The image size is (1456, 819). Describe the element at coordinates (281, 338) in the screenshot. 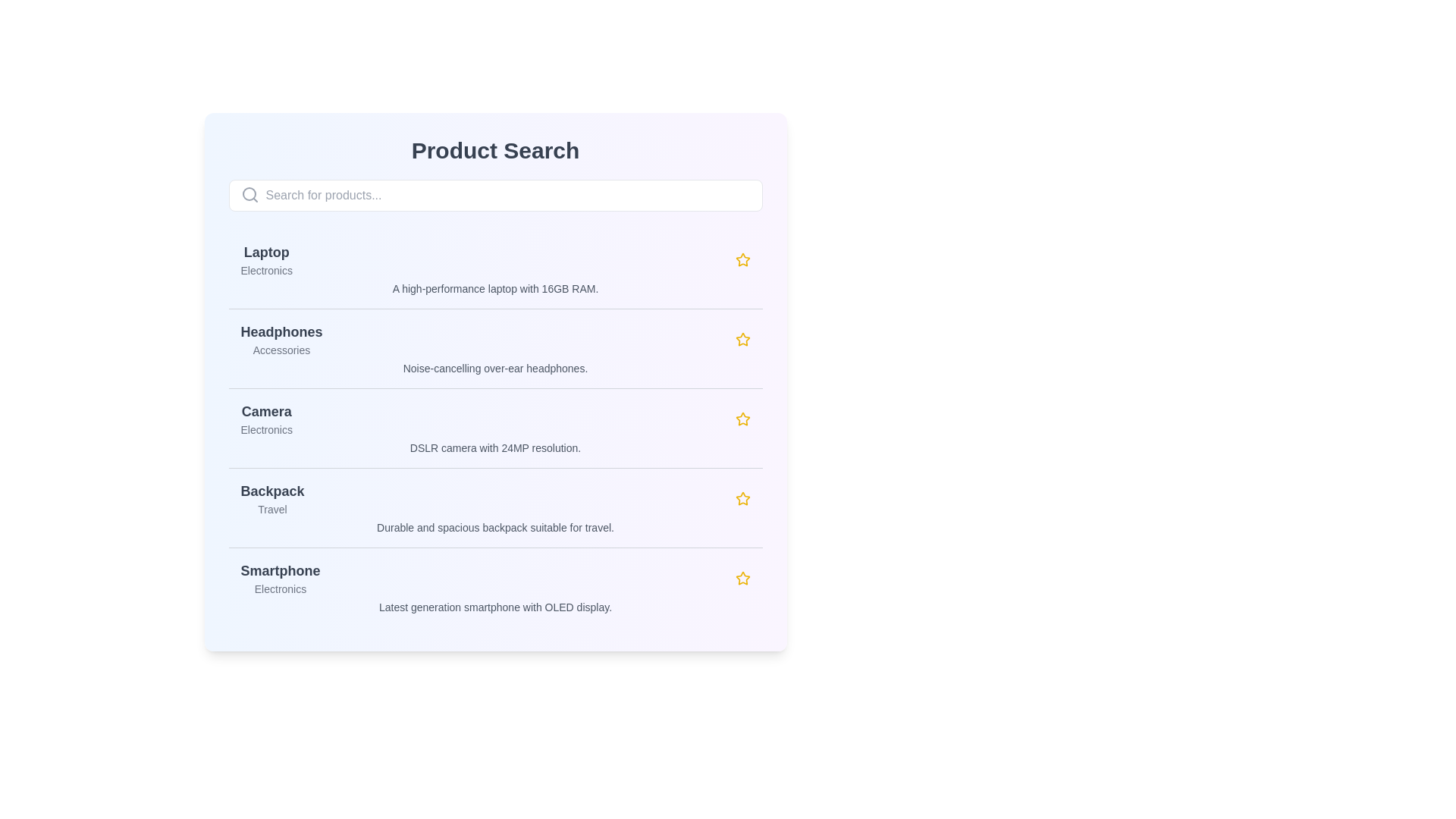

I see `the label element displaying 'Headphones' and 'Accessories'` at that location.